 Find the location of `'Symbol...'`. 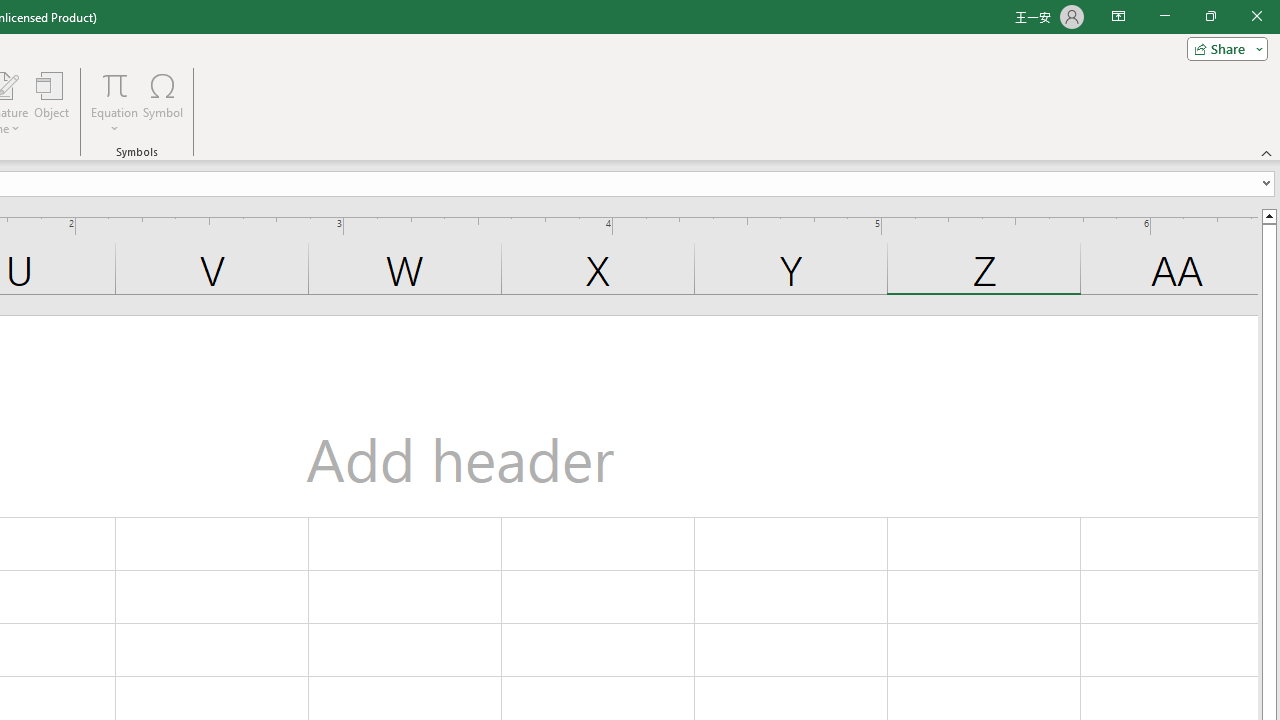

'Symbol...' is located at coordinates (163, 103).